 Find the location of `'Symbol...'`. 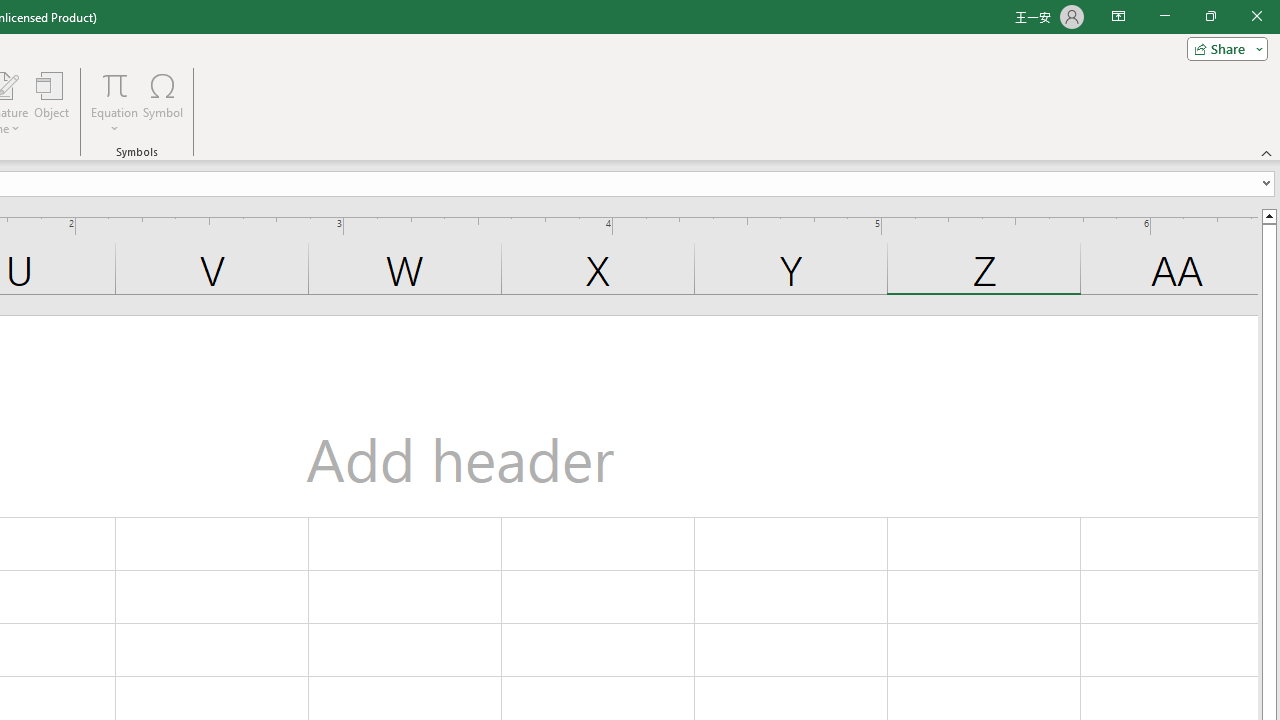

'Symbol...' is located at coordinates (163, 103).